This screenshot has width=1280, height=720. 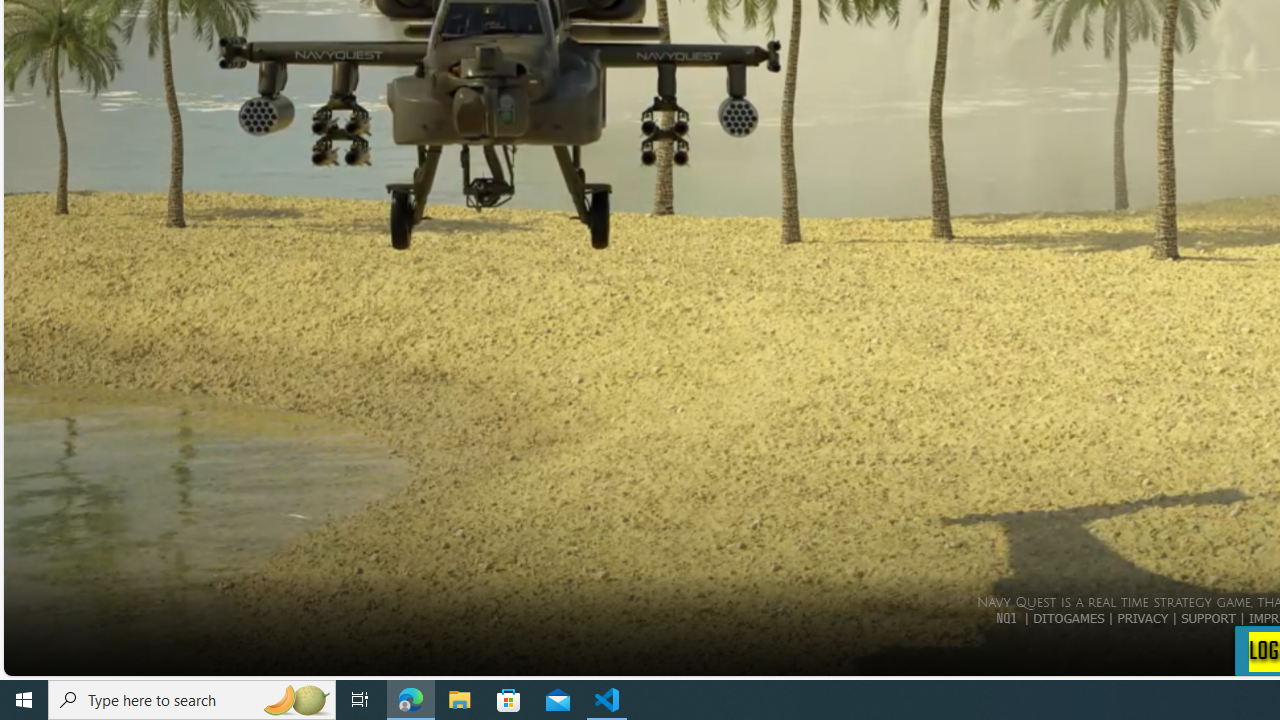 I want to click on 'PRIVACY', so click(x=1143, y=616).